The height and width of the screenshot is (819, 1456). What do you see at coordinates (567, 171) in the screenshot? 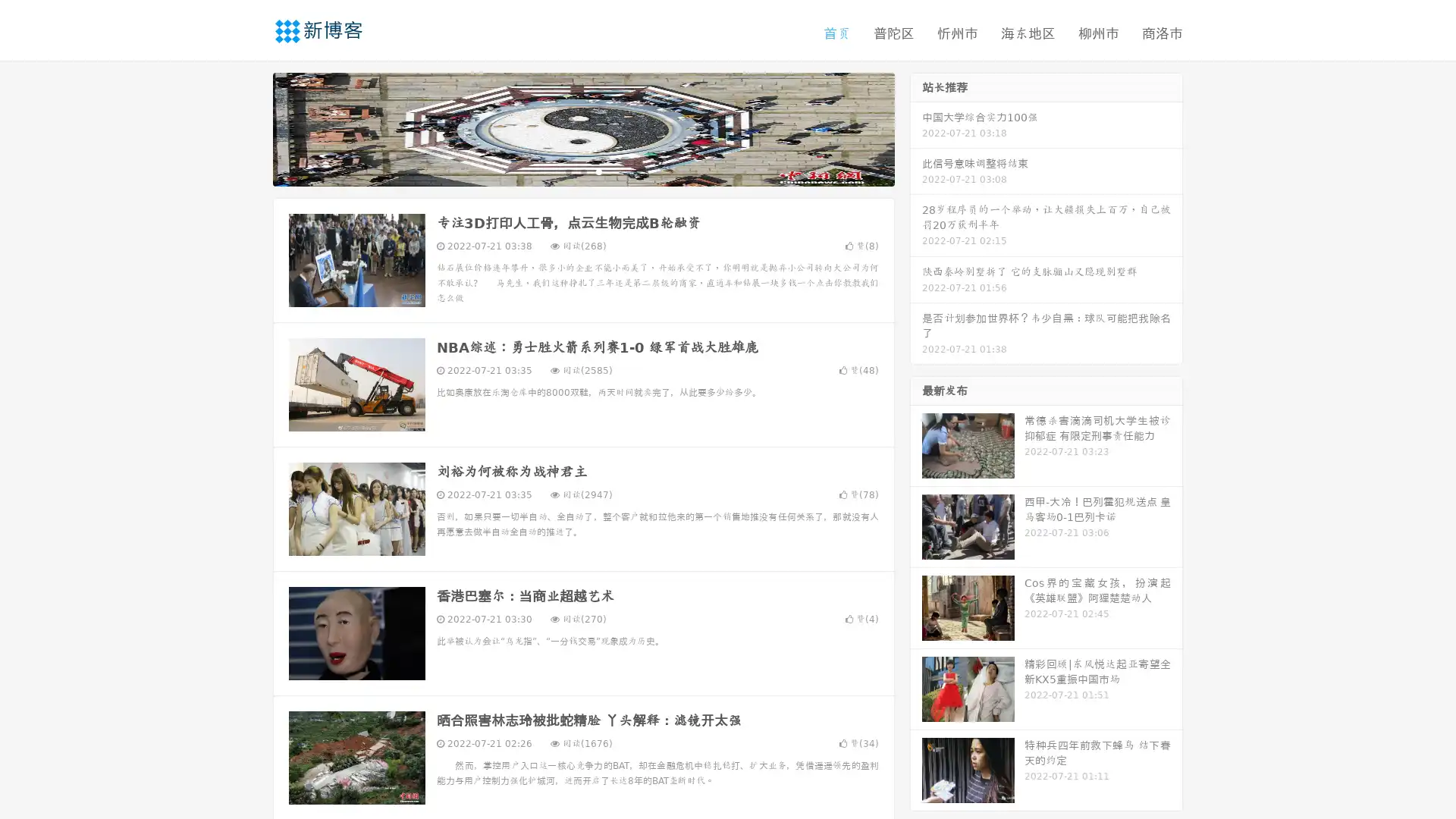
I see `Go to slide 1` at bounding box center [567, 171].